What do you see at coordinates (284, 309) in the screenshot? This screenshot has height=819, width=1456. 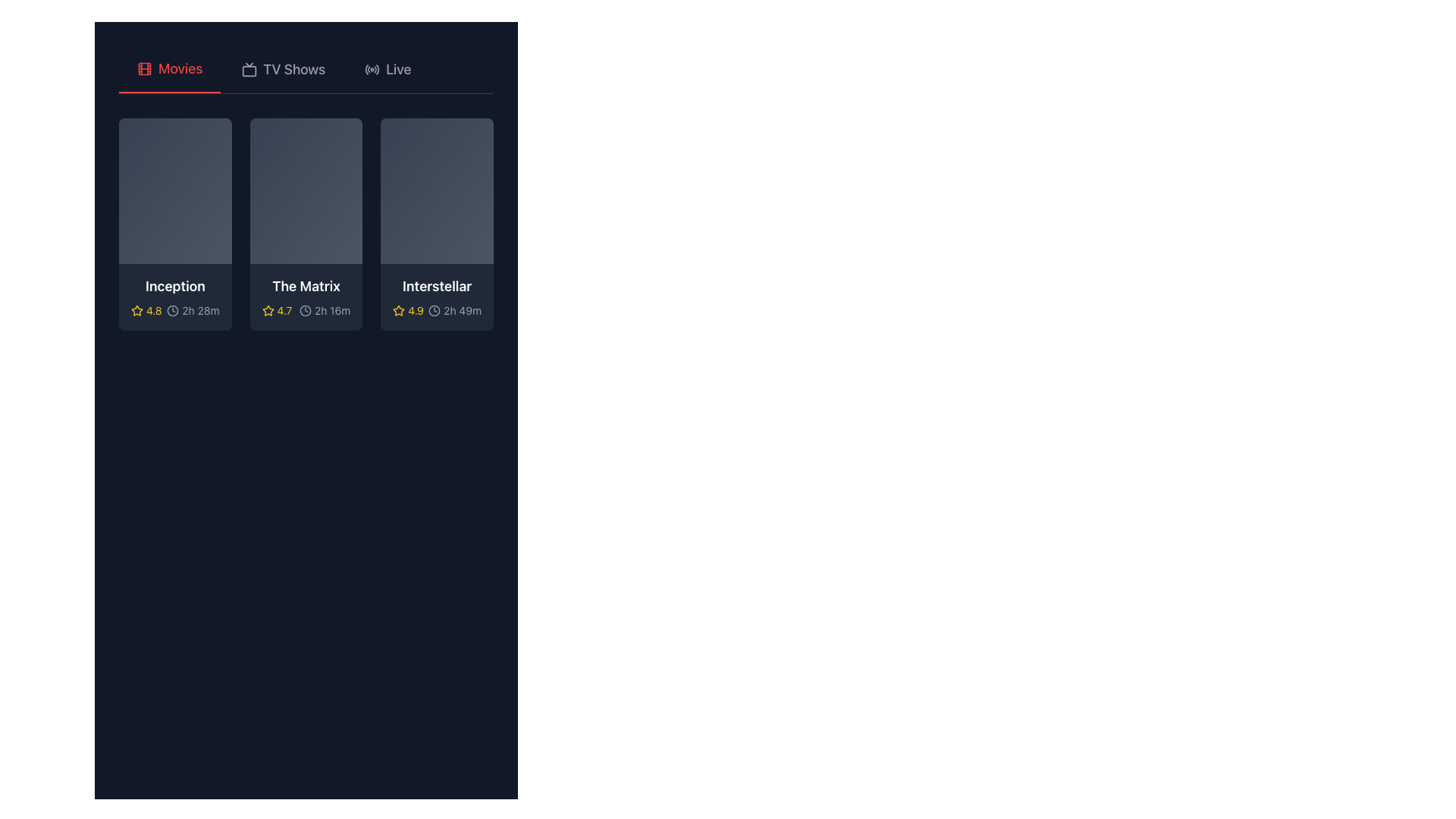 I see `the numerical rating displayed in the text label located` at bounding box center [284, 309].